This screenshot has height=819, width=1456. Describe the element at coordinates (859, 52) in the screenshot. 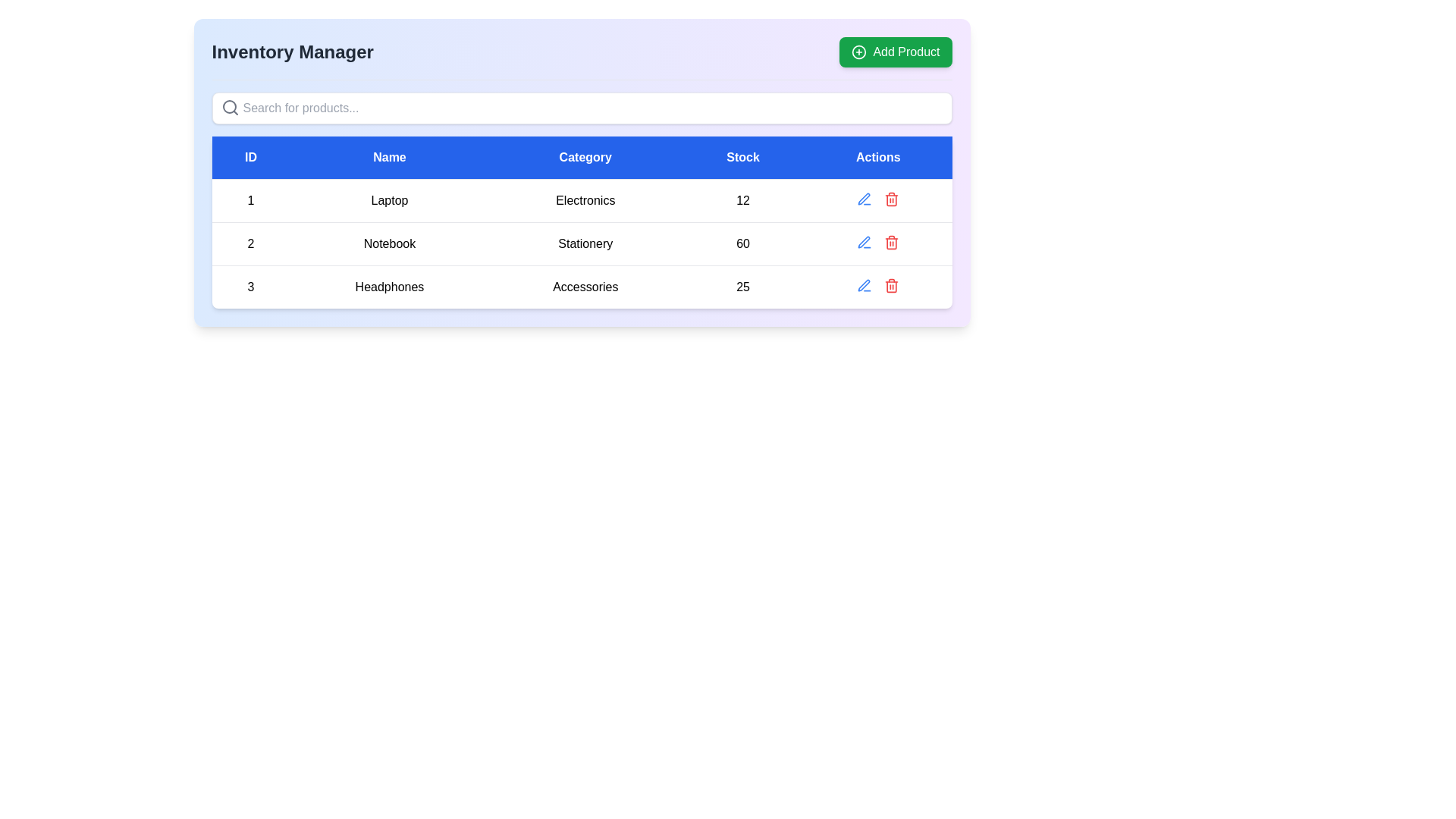

I see `the SVG Circle element that is part of the 'Add Product' button, which visually contains a '+' sign` at that location.